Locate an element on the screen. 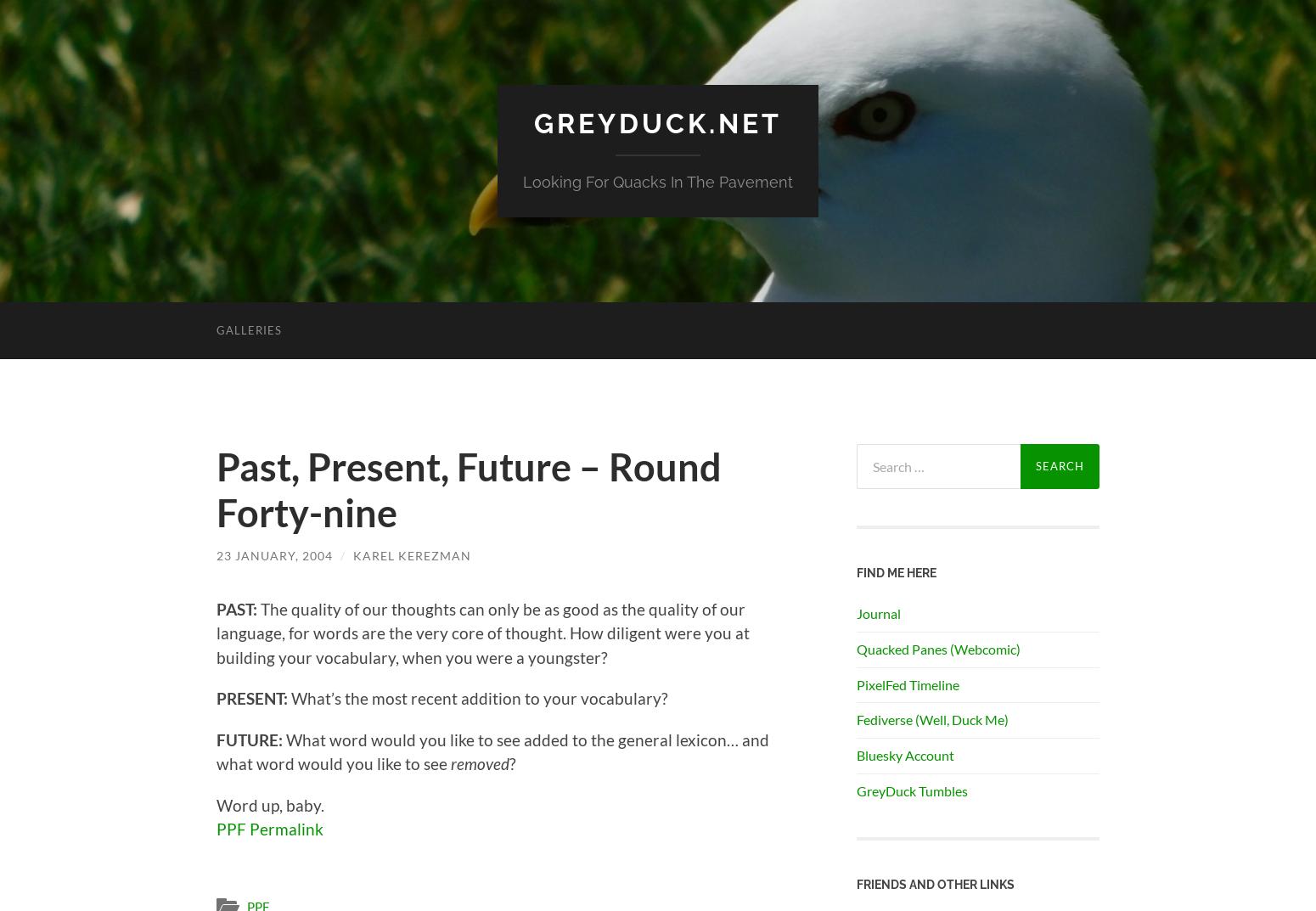 Image resolution: width=1316 pixels, height=911 pixels. 'Friends and Other Links' is located at coordinates (857, 883).